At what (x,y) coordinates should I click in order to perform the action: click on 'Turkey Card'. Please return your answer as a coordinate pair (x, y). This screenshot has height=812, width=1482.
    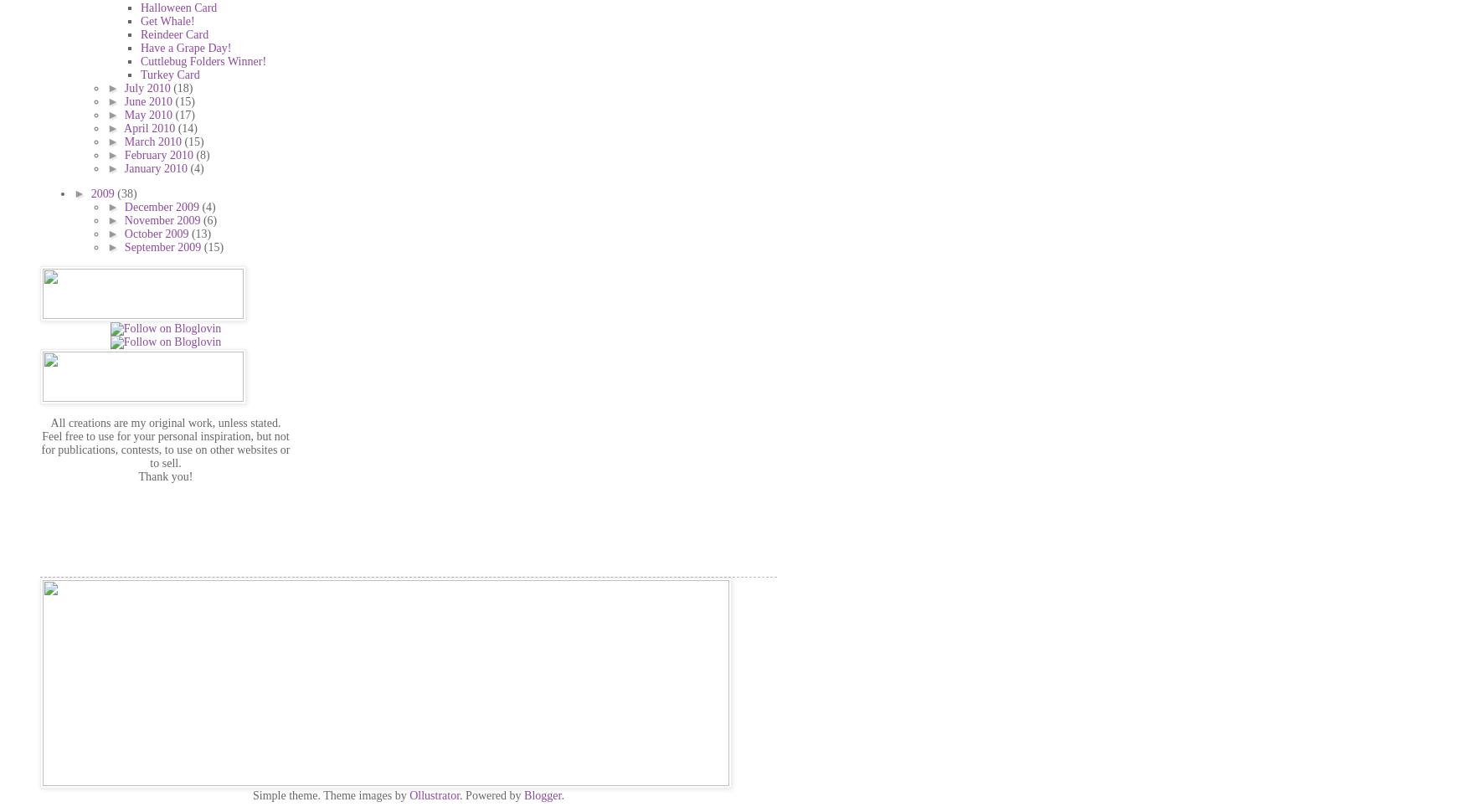
    Looking at the image, I should click on (170, 73).